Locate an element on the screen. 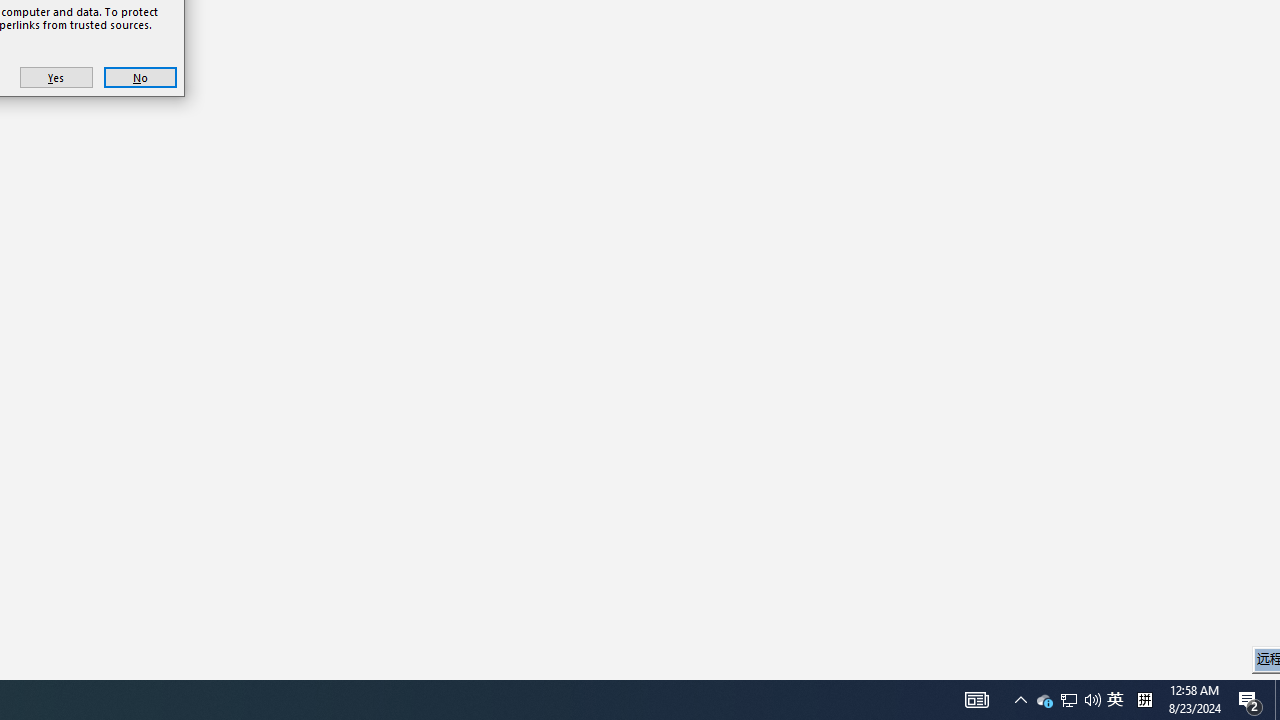 This screenshot has width=1280, height=720. 'Q2790: 100%' is located at coordinates (1044, 698).